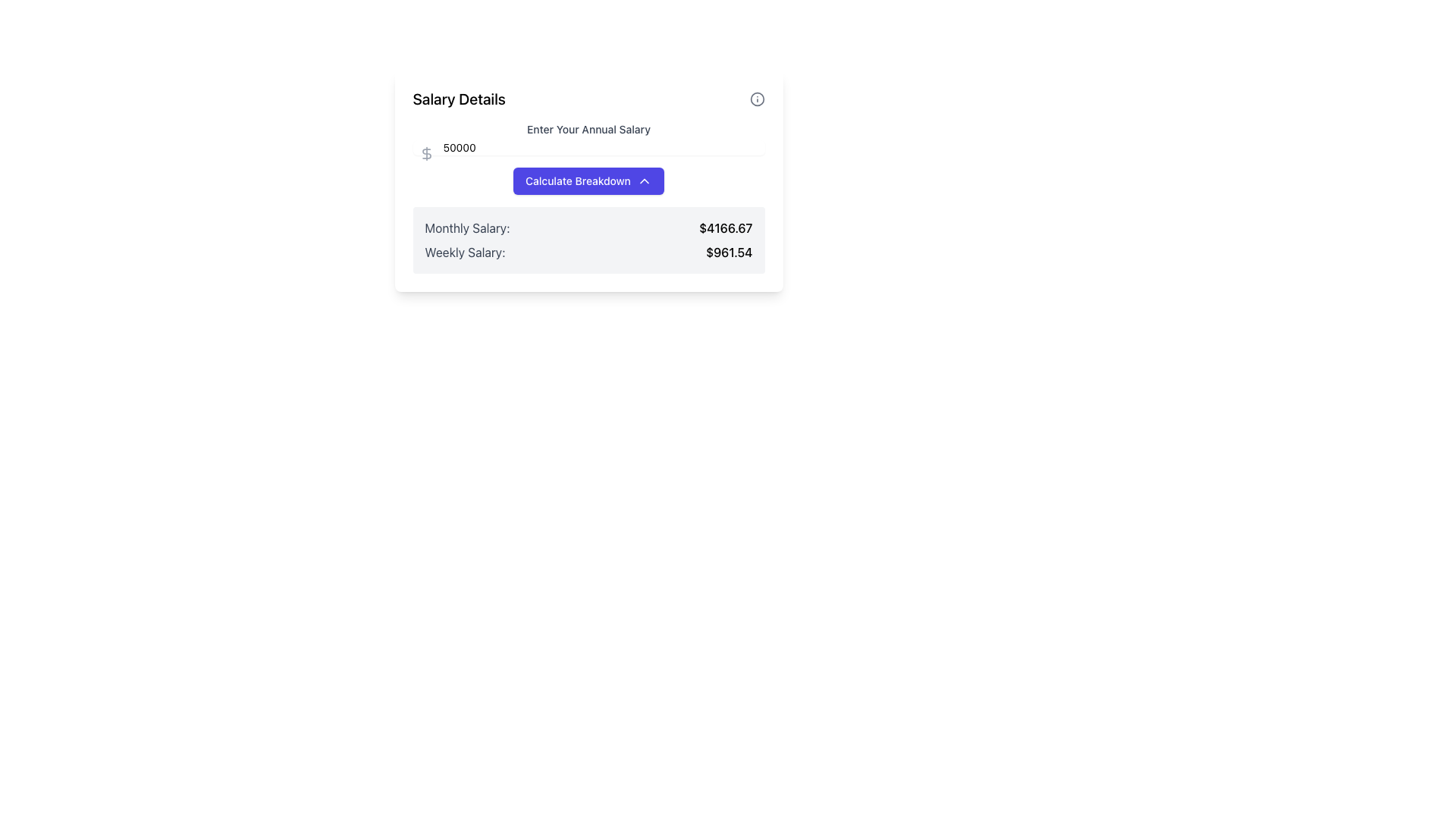 The width and height of the screenshot is (1456, 819). What do you see at coordinates (425, 154) in the screenshot?
I see `the dollar sign icon indicating the unit for the annual salary input field, which is positioned at the top-left corner of the input field` at bounding box center [425, 154].